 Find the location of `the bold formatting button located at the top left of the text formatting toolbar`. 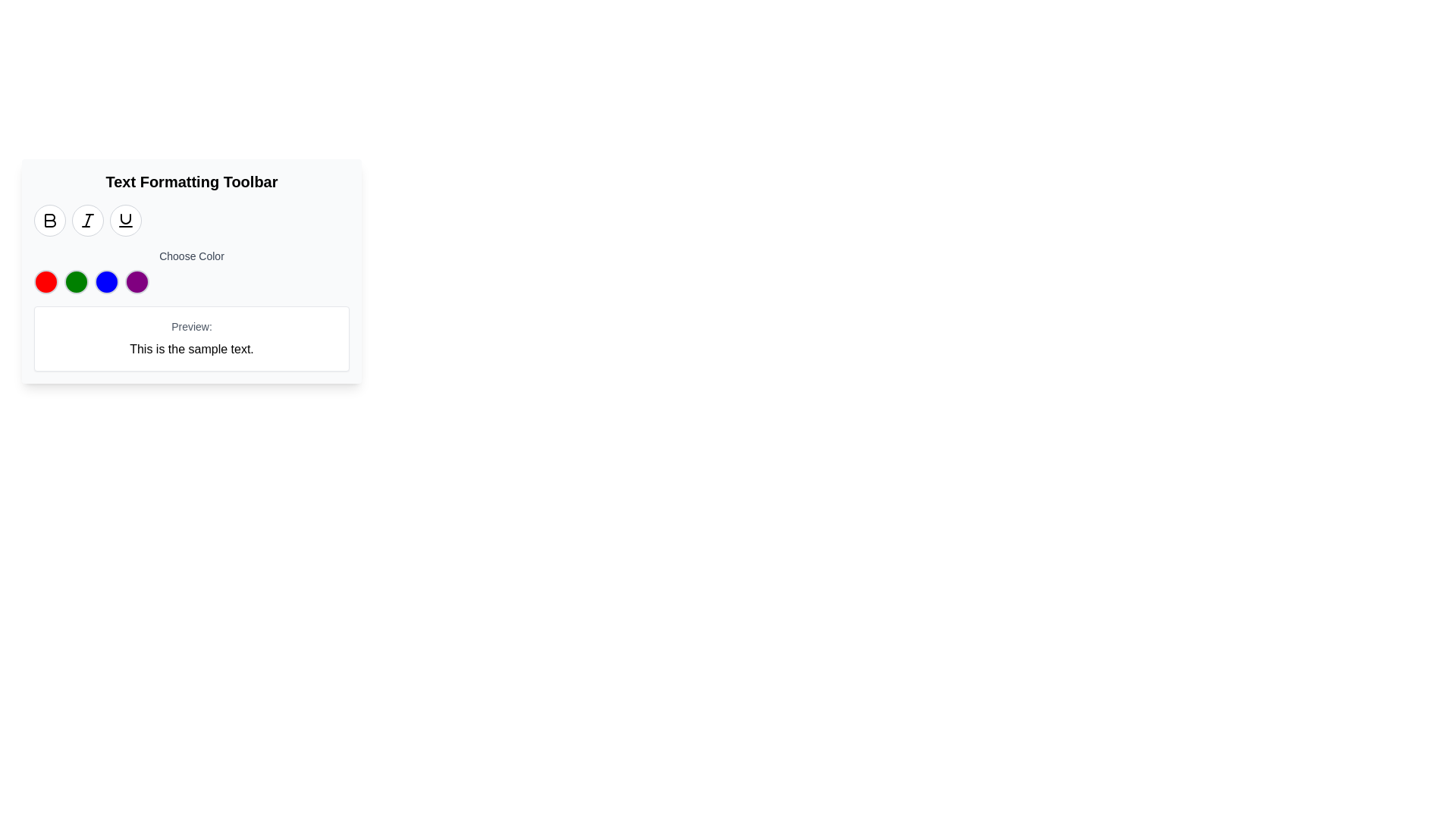

the bold formatting button located at the top left of the text formatting toolbar is located at coordinates (50, 220).